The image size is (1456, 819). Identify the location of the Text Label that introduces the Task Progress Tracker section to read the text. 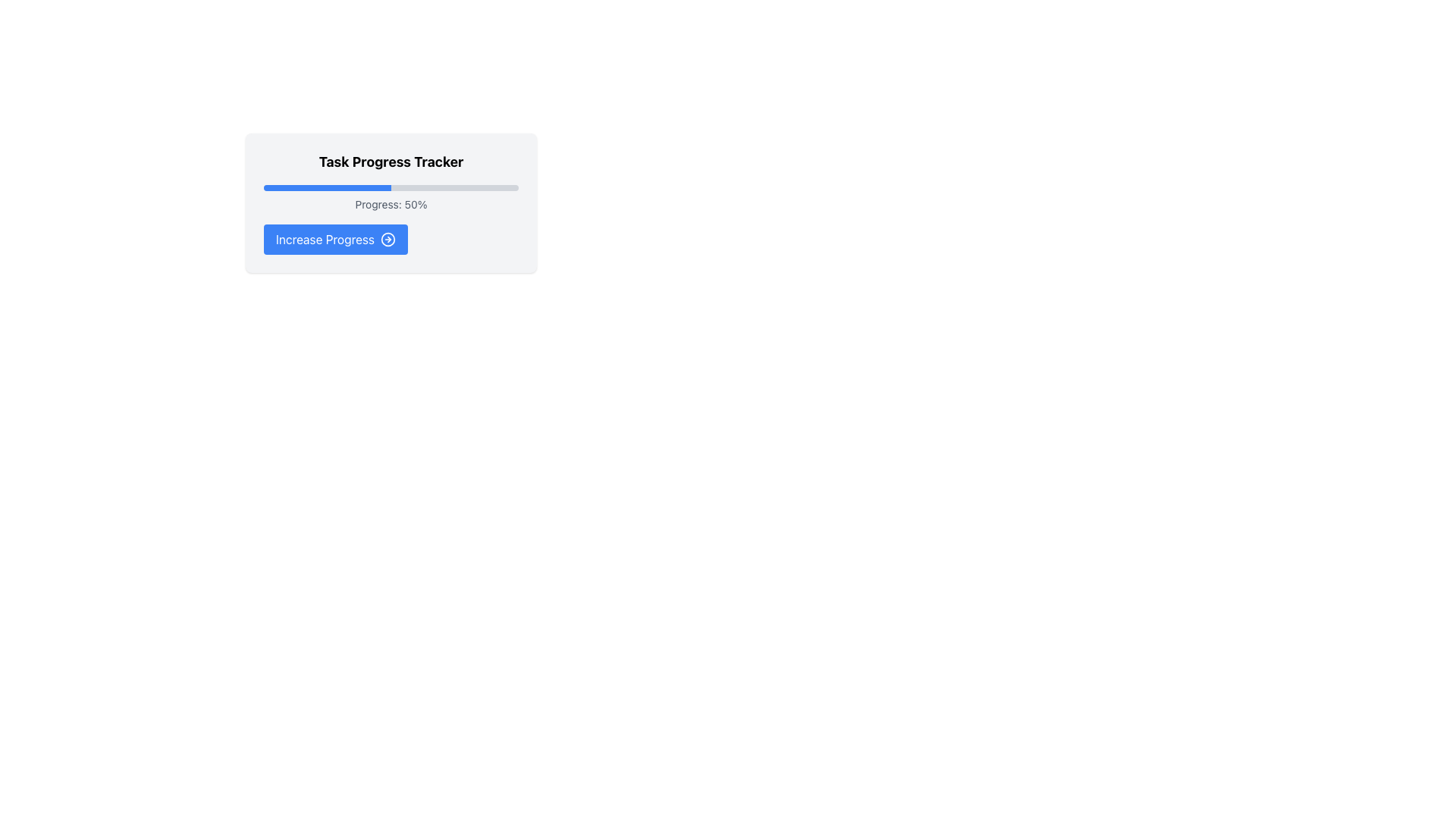
(391, 162).